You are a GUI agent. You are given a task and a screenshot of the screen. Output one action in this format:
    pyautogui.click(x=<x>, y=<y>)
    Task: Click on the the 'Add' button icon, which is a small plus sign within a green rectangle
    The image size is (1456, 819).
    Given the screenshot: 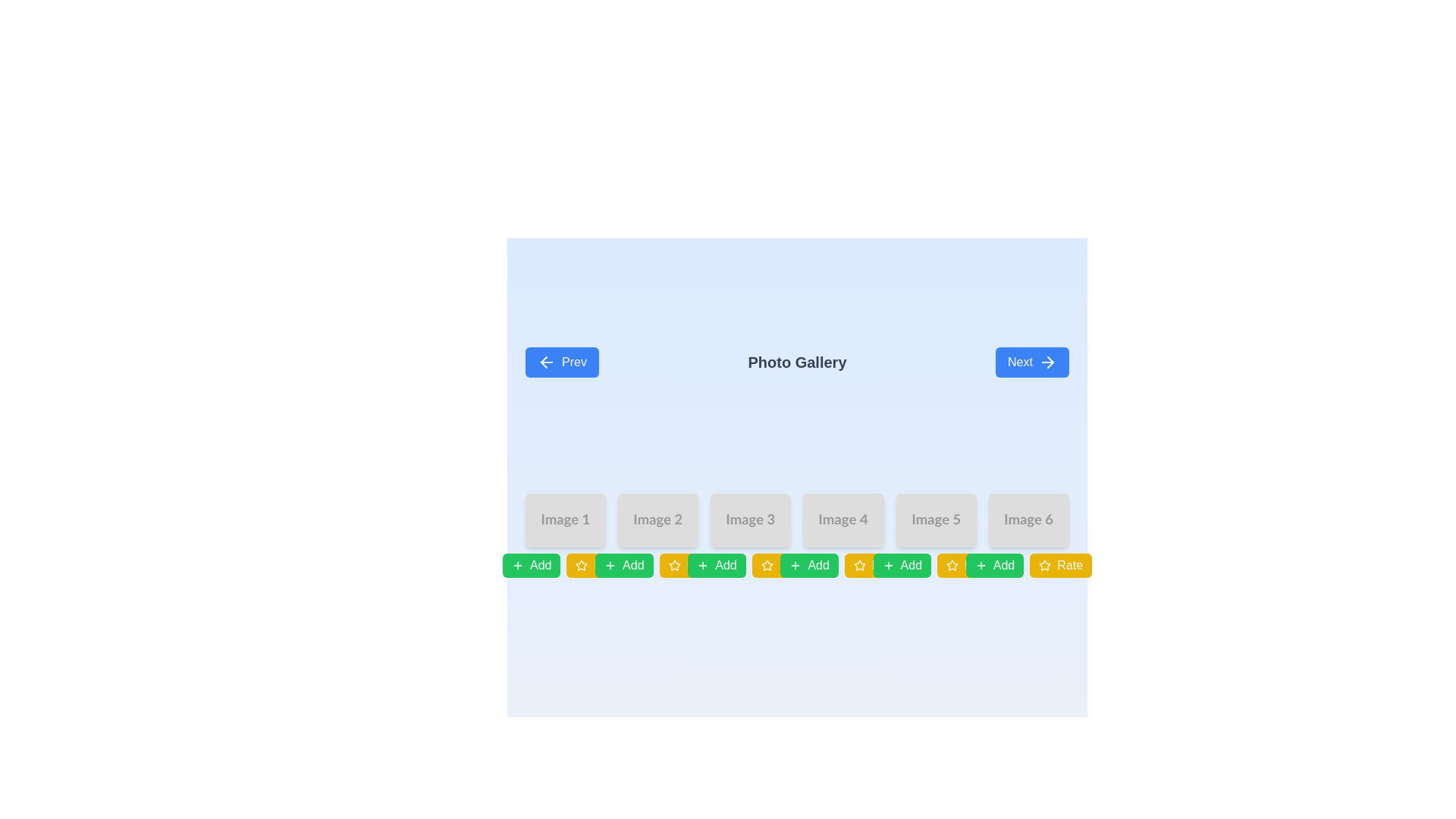 What is the action you would take?
    pyautogui.click(x=517, y=565)
    